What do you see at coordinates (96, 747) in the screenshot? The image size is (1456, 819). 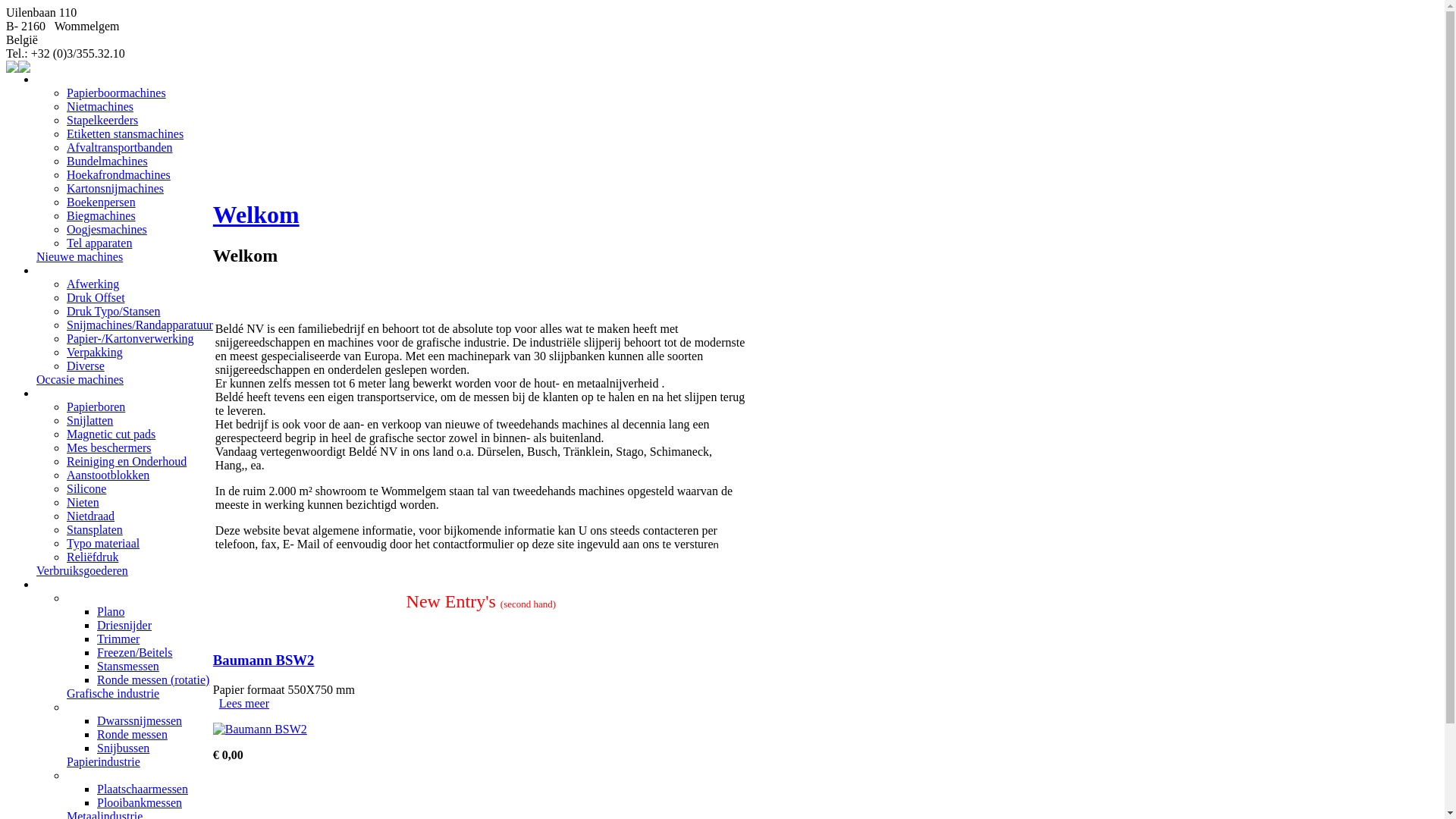 I see `'Snijbussen'` at bounding box center [96, 747].